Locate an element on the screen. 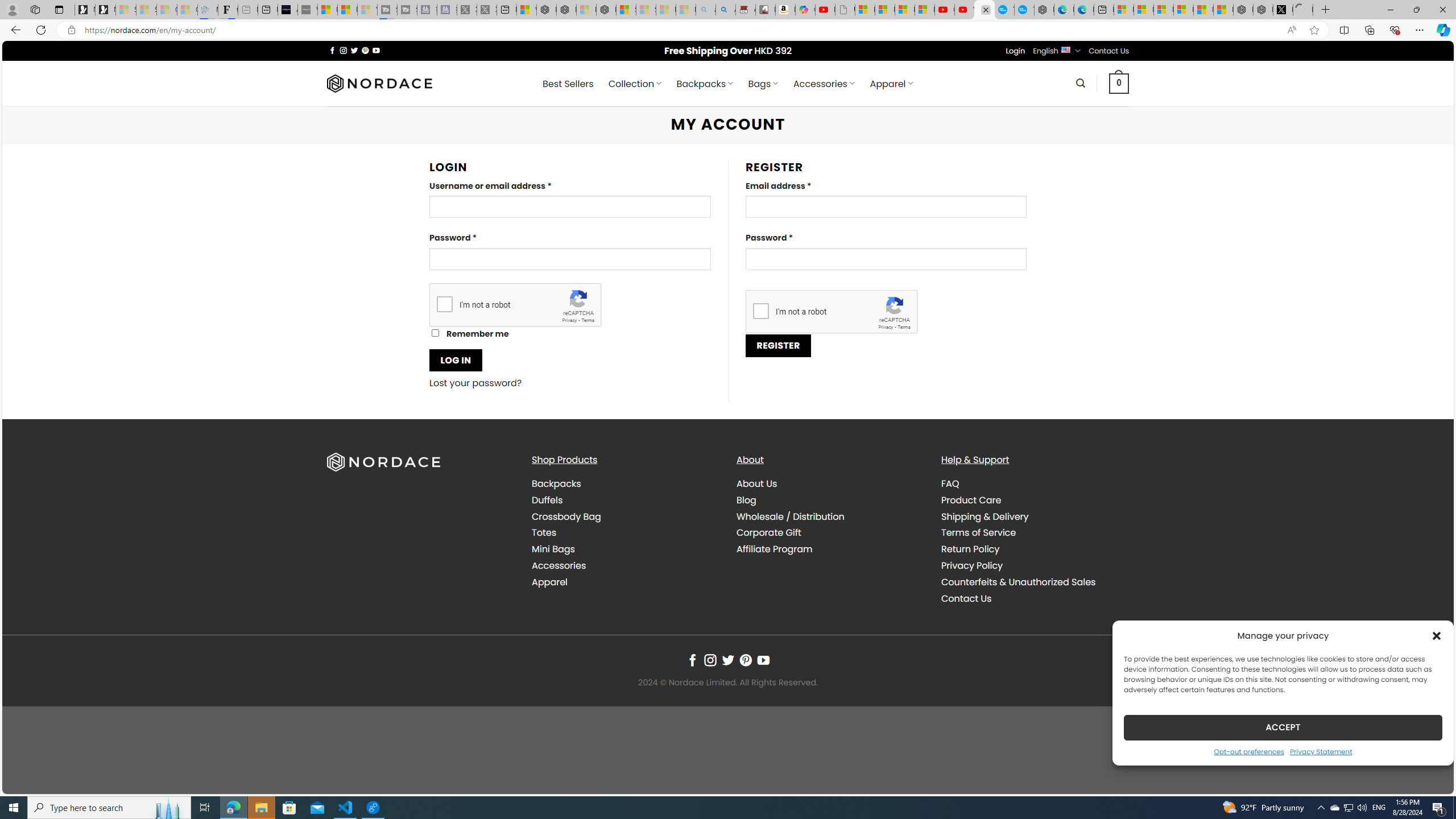  'Return Policy' is located at coordinates (970, 549).